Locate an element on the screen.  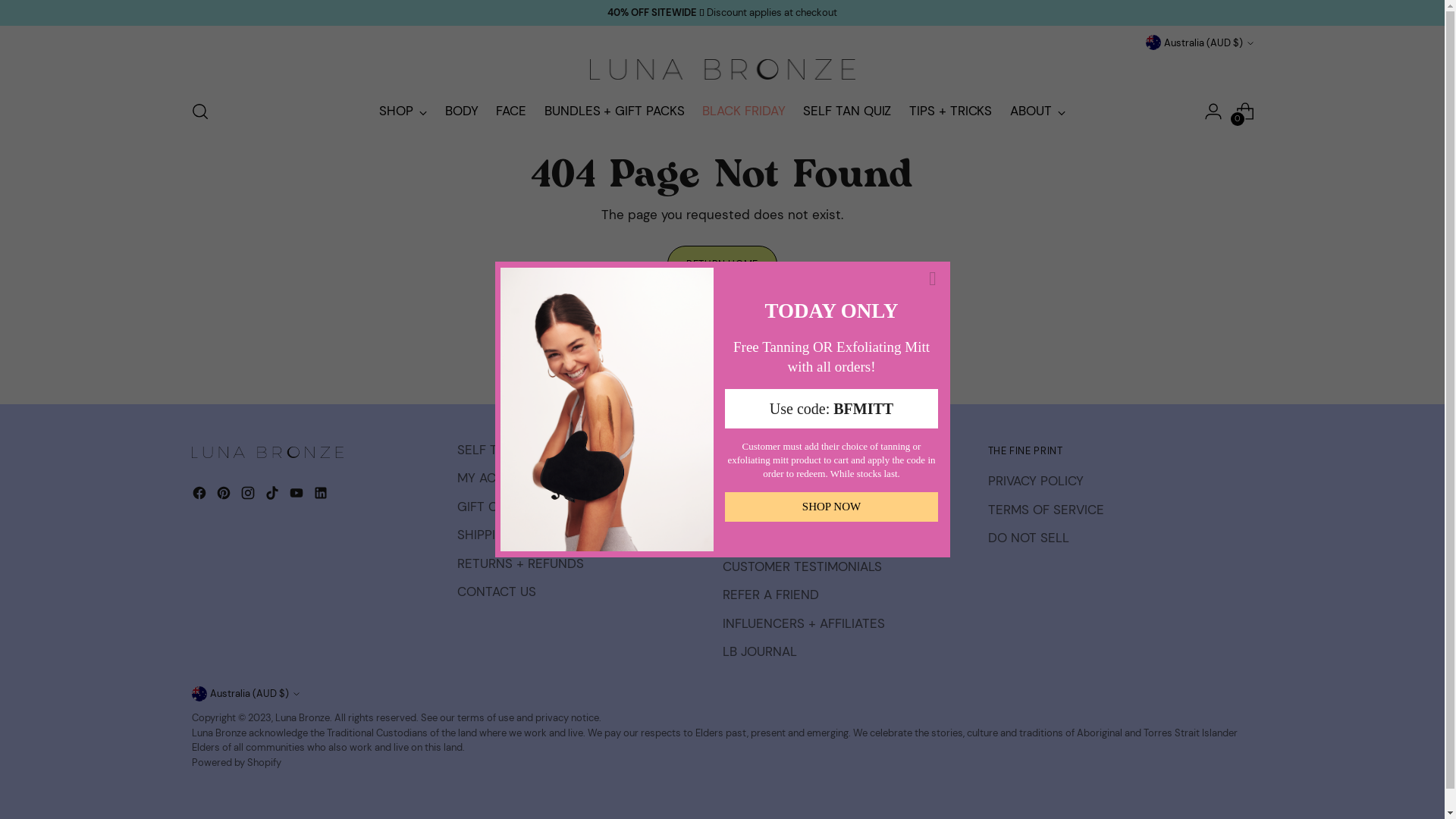
'SHOP NOW' is located at coordinates (723, 507).